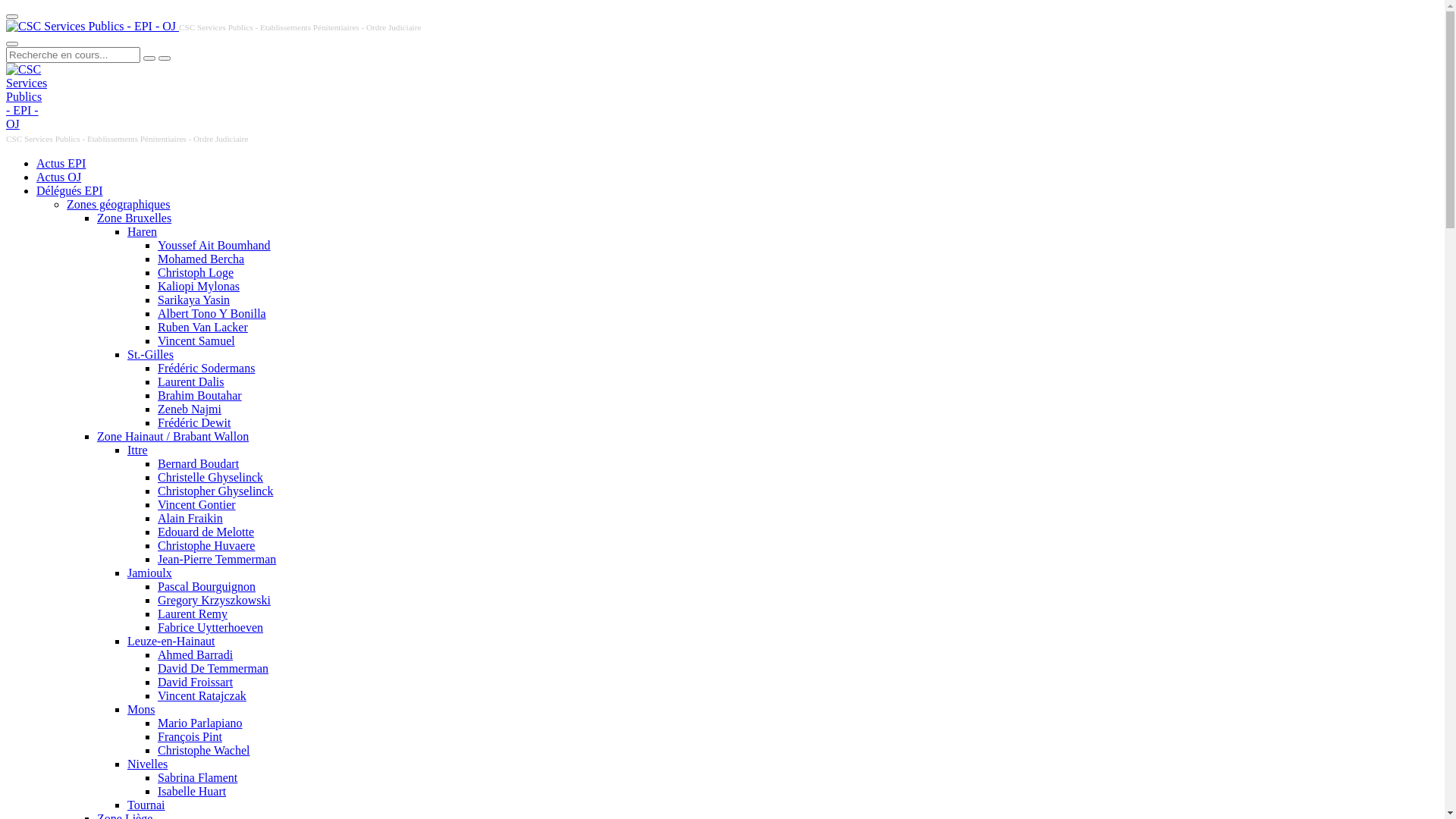 This screenshot has height=819, width=1456. I want to click on 'Alain Fraikin', so click(189, 517).